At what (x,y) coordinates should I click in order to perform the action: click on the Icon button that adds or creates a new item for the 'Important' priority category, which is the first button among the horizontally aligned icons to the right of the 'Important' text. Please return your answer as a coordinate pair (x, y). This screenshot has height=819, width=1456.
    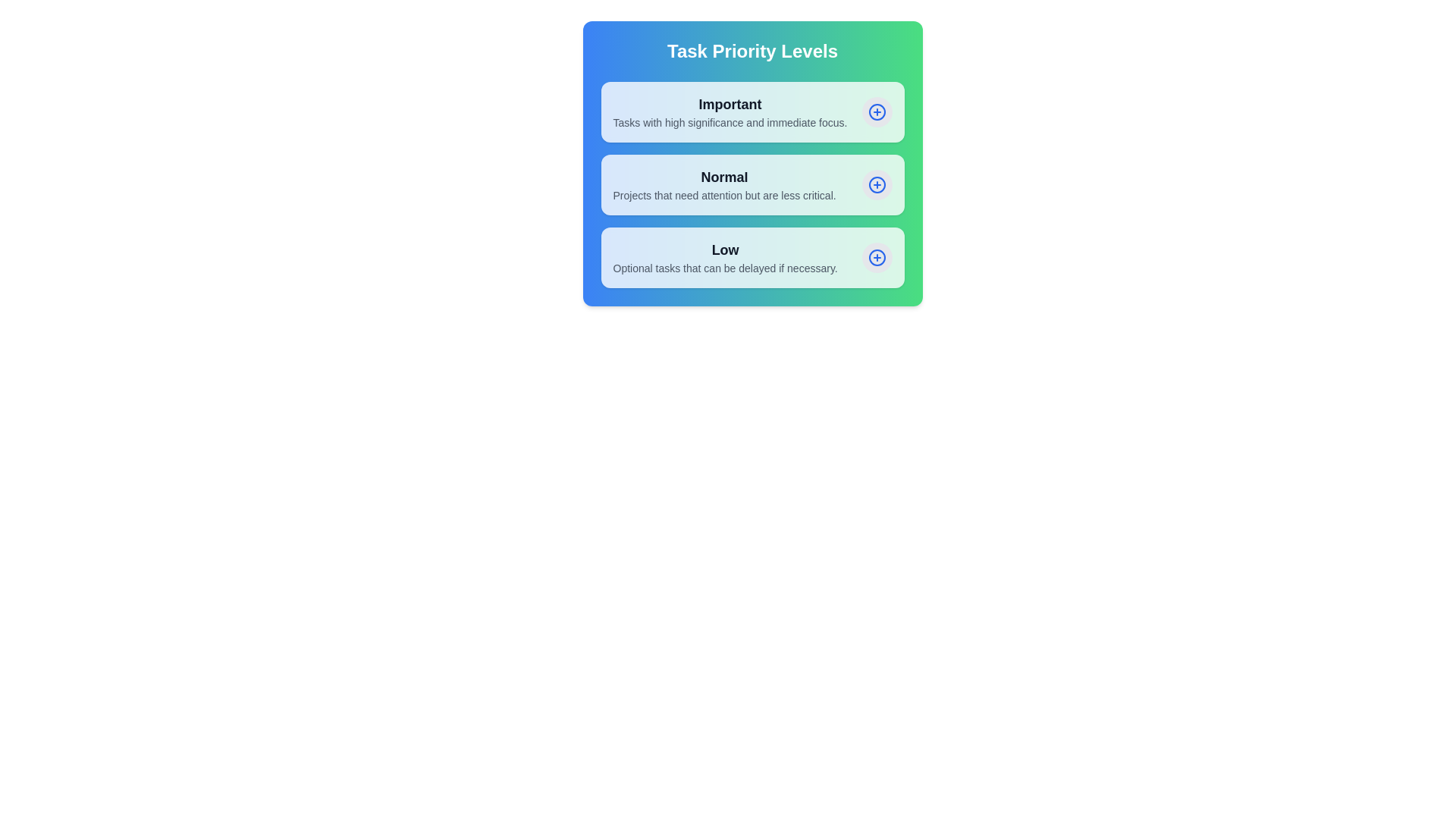
    Looking at the image, I should click on (877, 111).